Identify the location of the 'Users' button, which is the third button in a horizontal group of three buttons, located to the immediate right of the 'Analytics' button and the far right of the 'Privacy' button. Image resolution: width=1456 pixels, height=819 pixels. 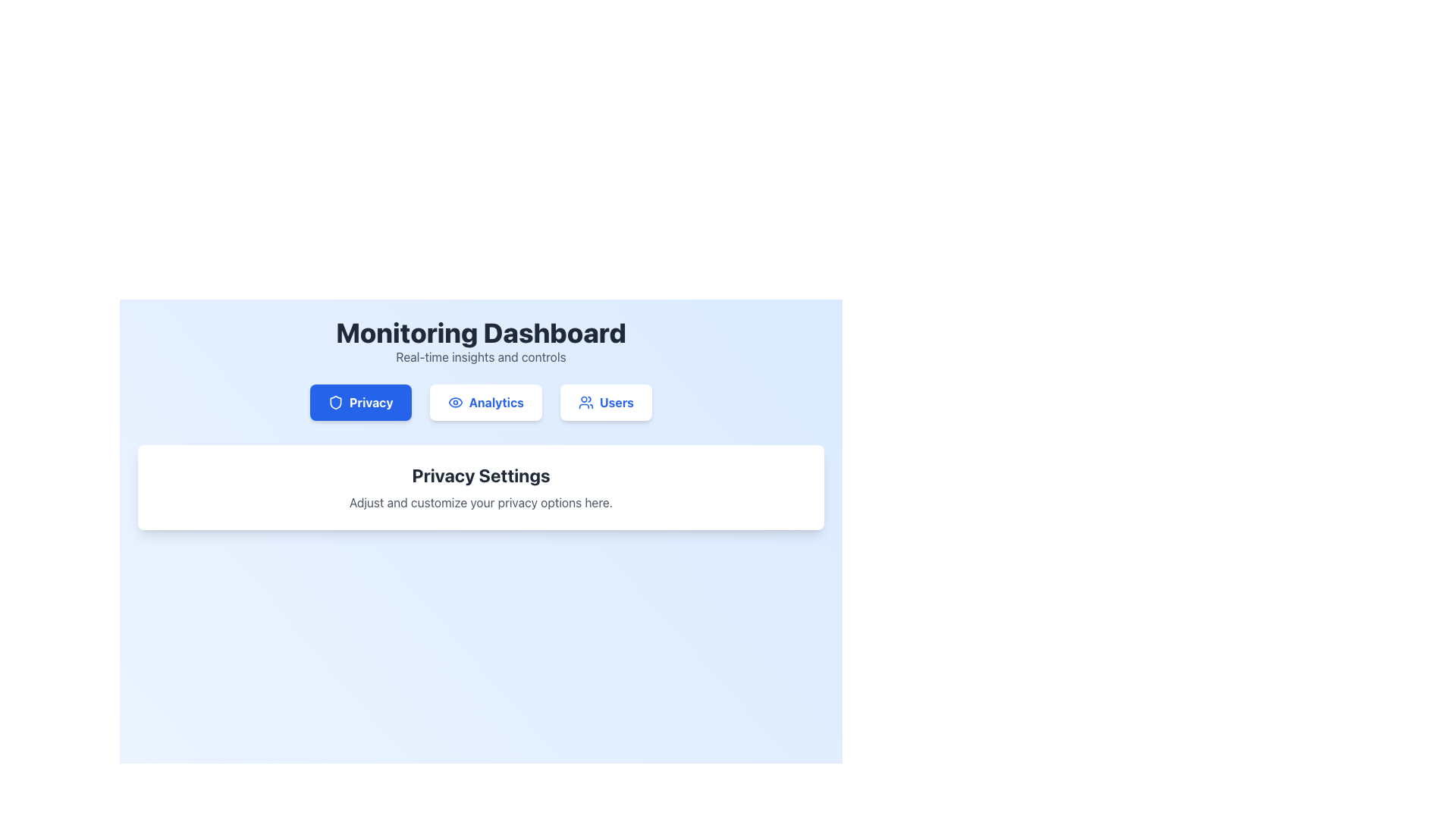
(605, 402).